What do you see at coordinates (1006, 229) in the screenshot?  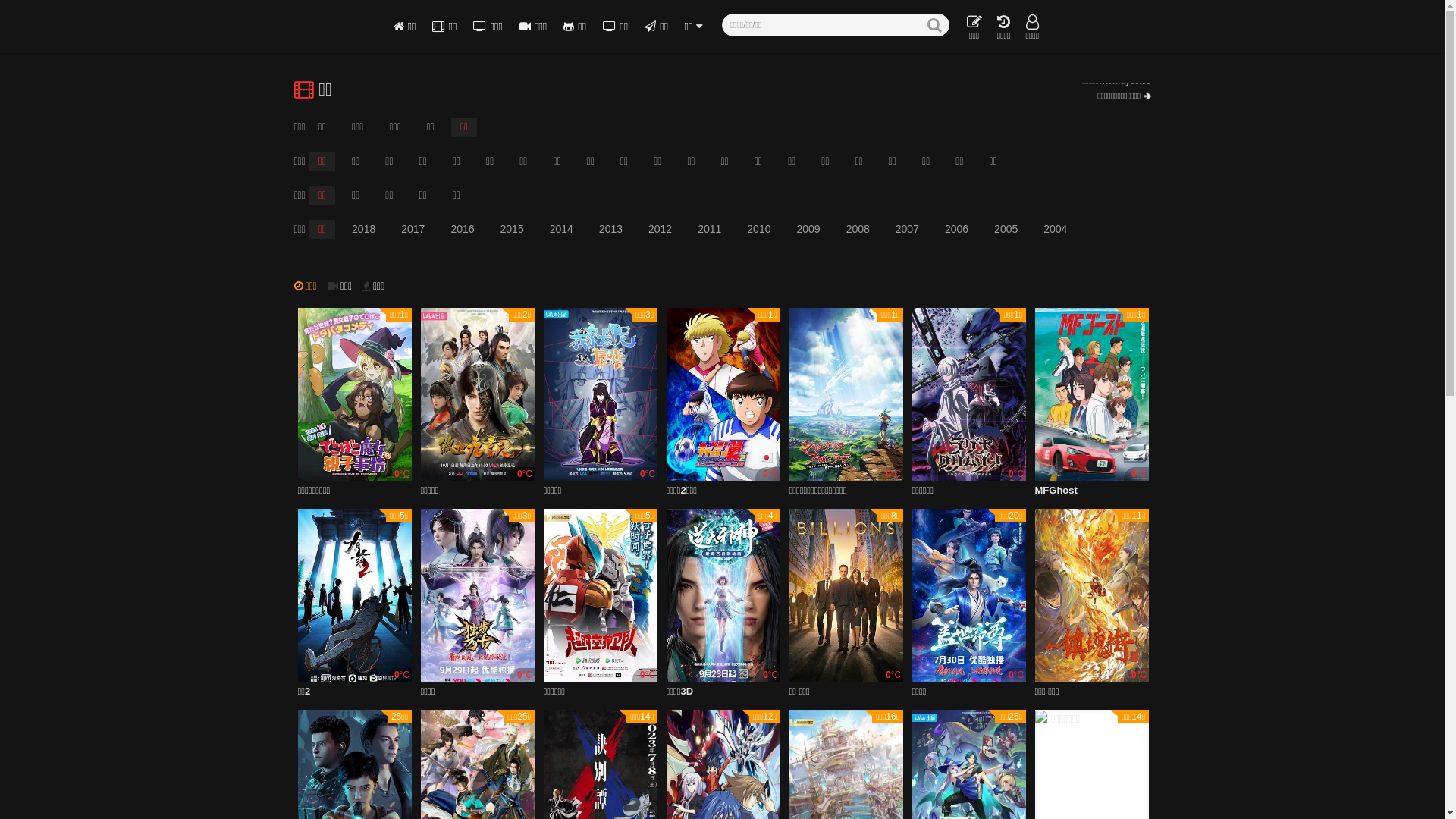 I see `'2005'` at bounding box center [1006, 229].